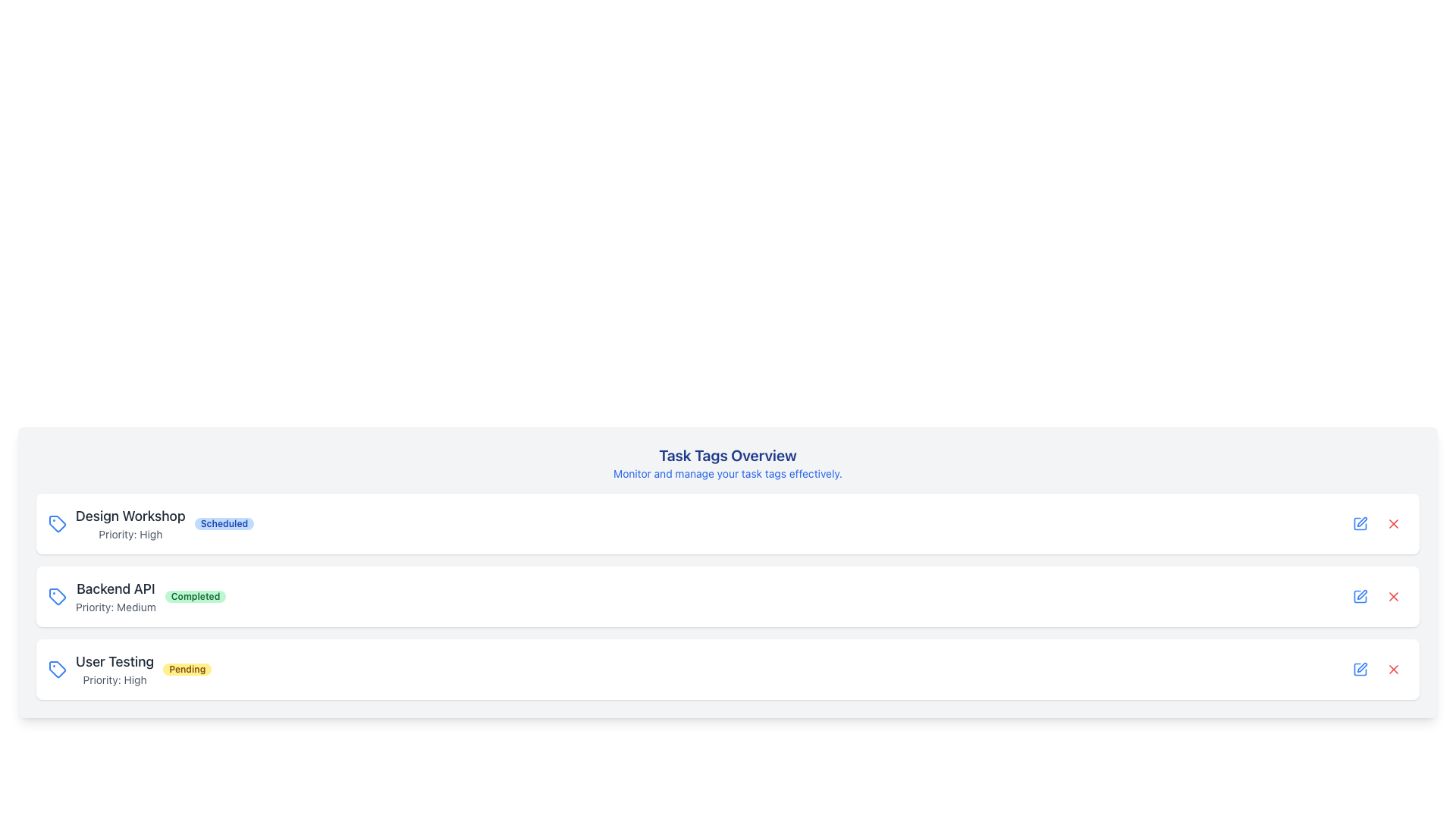 The width and height of the screenshot is (1456, 819). Describe the element at coordinates (728, 595) in the screenshot. I see `the Task list item with the title 'Backend API', which is the second item in a vertical list, located below 'Design Workshop' and above 'User Testing'` at that location.